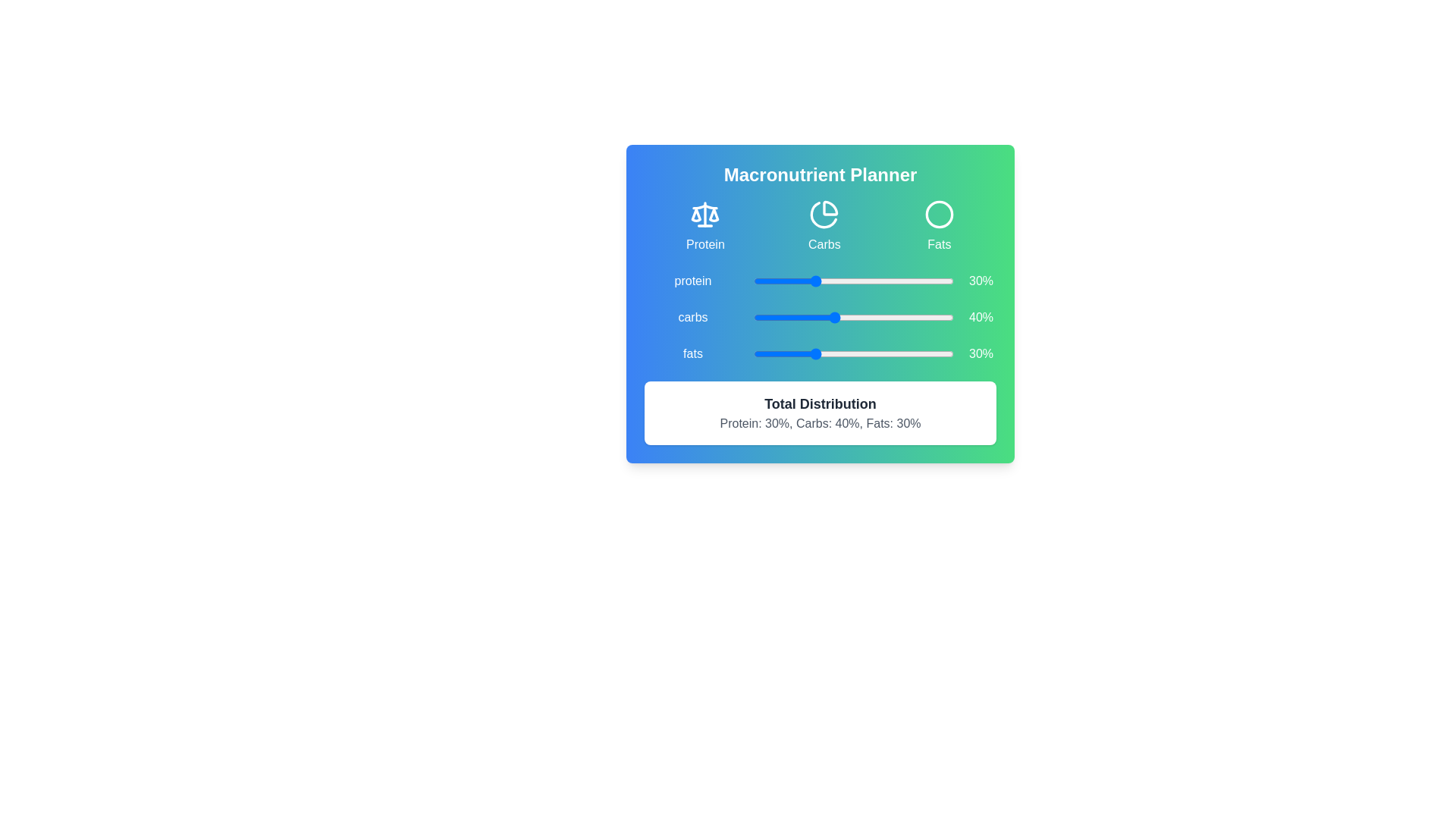 The width and height of the screenshot is (1456, 819). What do you see at coordinates (843, 281) in the screenshot?
I see `the protein percentage` at bounding box center [843, 281].